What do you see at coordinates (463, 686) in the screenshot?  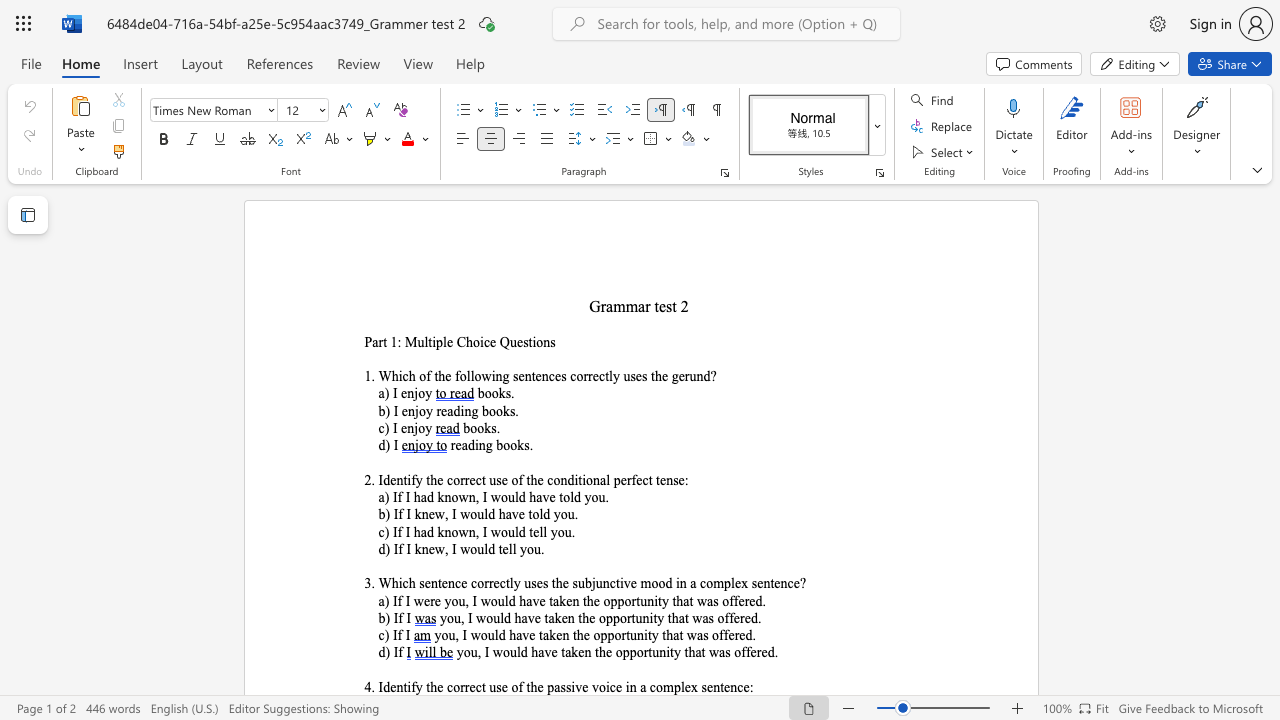 I see `the subset text "rect use of the" within the text "the correct use of the passive voice in a complex sentence:"` at bounding box center [463, 686].